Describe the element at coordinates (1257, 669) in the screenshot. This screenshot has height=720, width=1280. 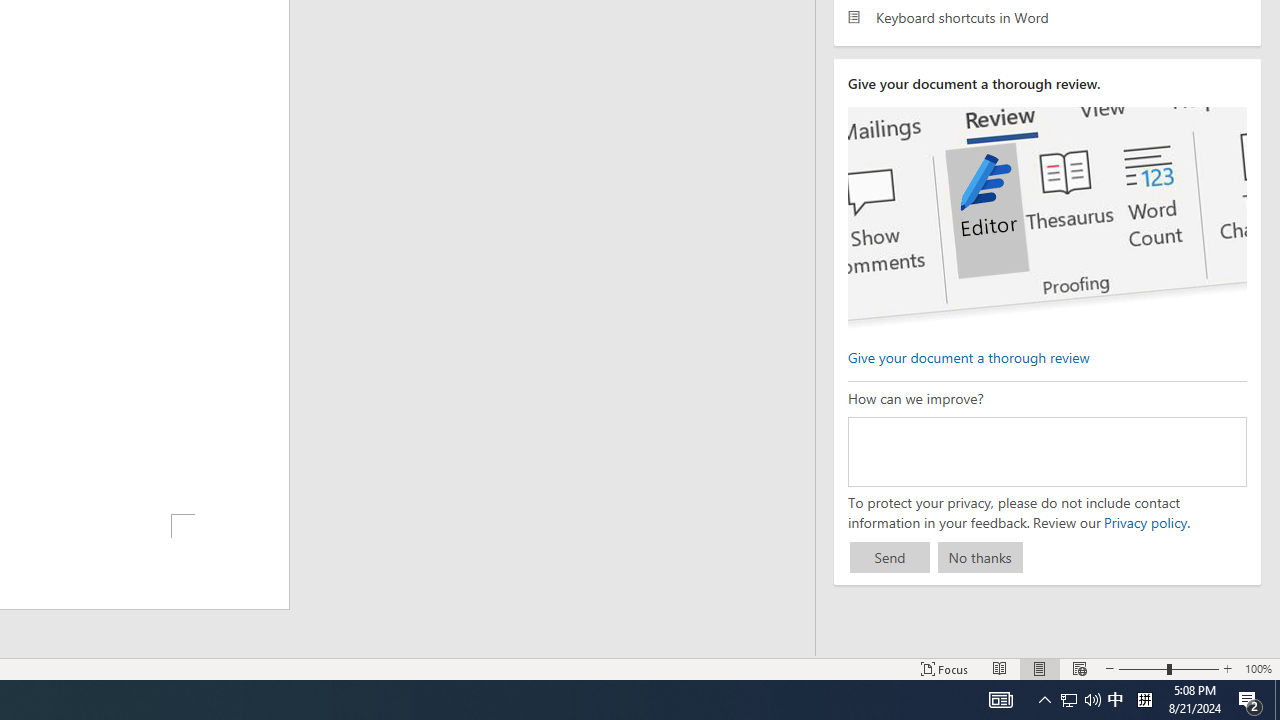
I see `'Zoom 100%'` at that location.